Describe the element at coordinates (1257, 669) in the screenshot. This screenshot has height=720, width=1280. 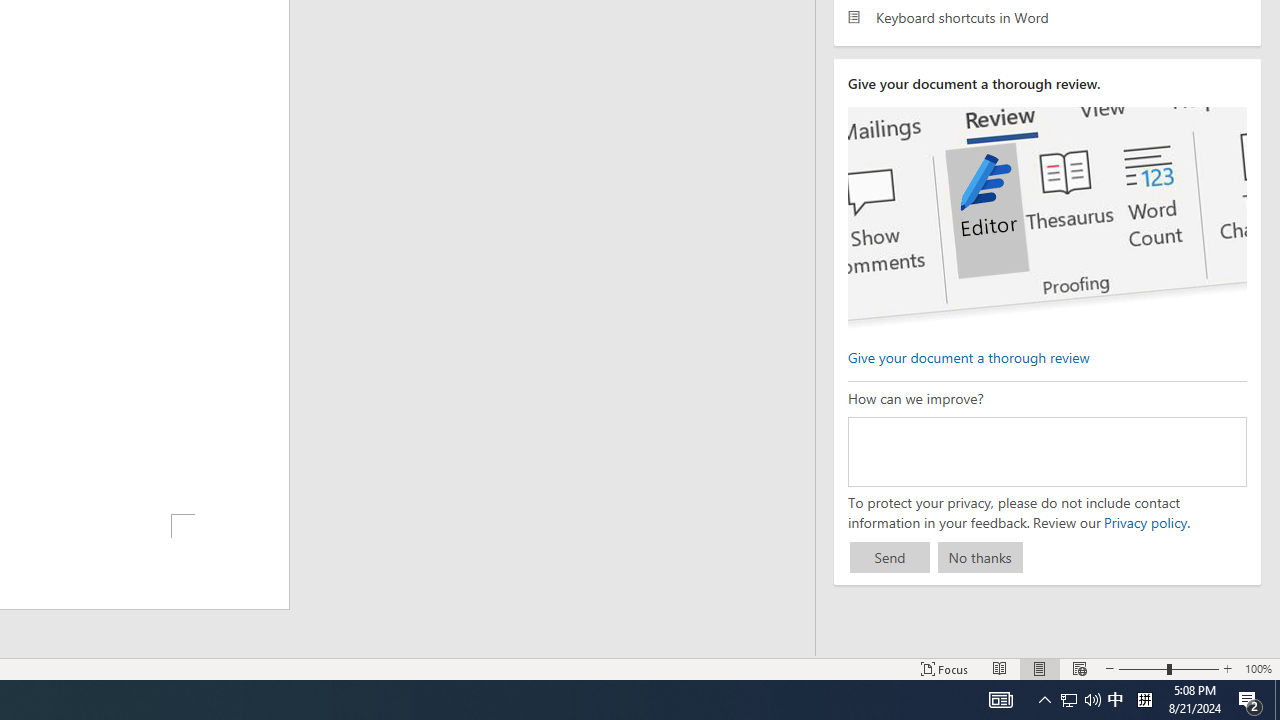
I see `'Zoom 100%'` at that location.